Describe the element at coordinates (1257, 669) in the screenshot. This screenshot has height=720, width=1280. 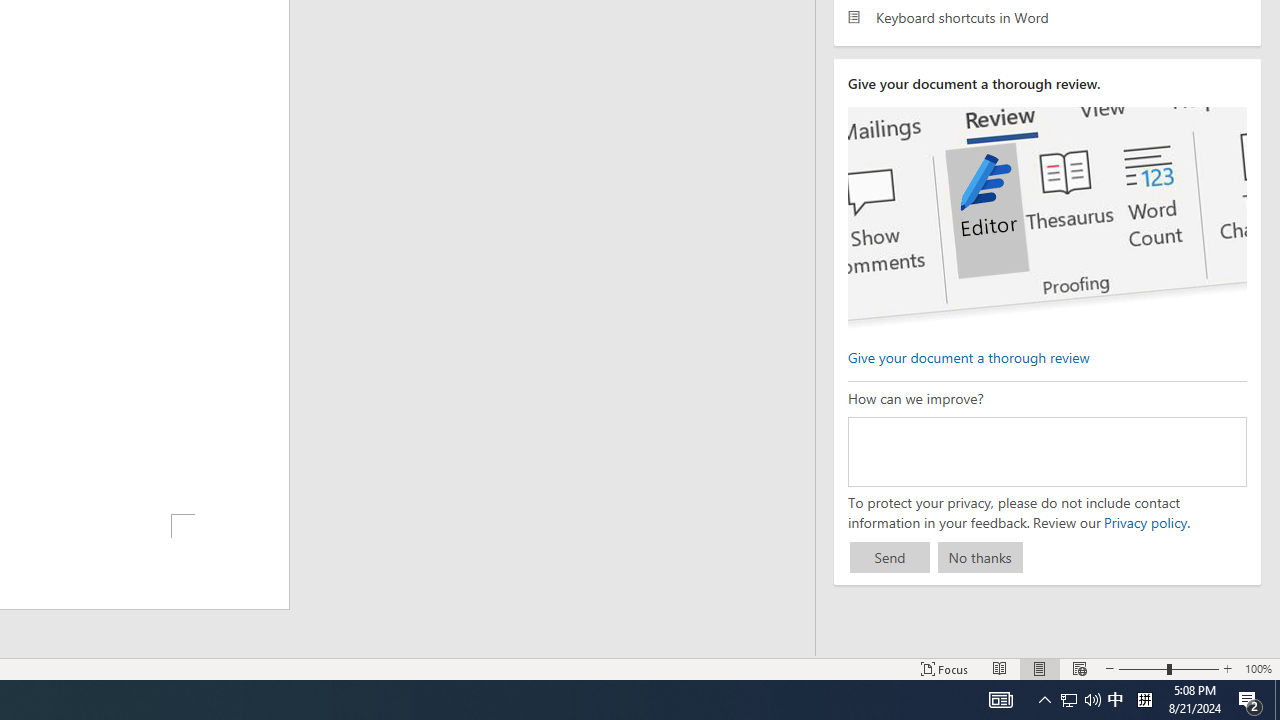
I see `'Zoom 100%'` at that location.